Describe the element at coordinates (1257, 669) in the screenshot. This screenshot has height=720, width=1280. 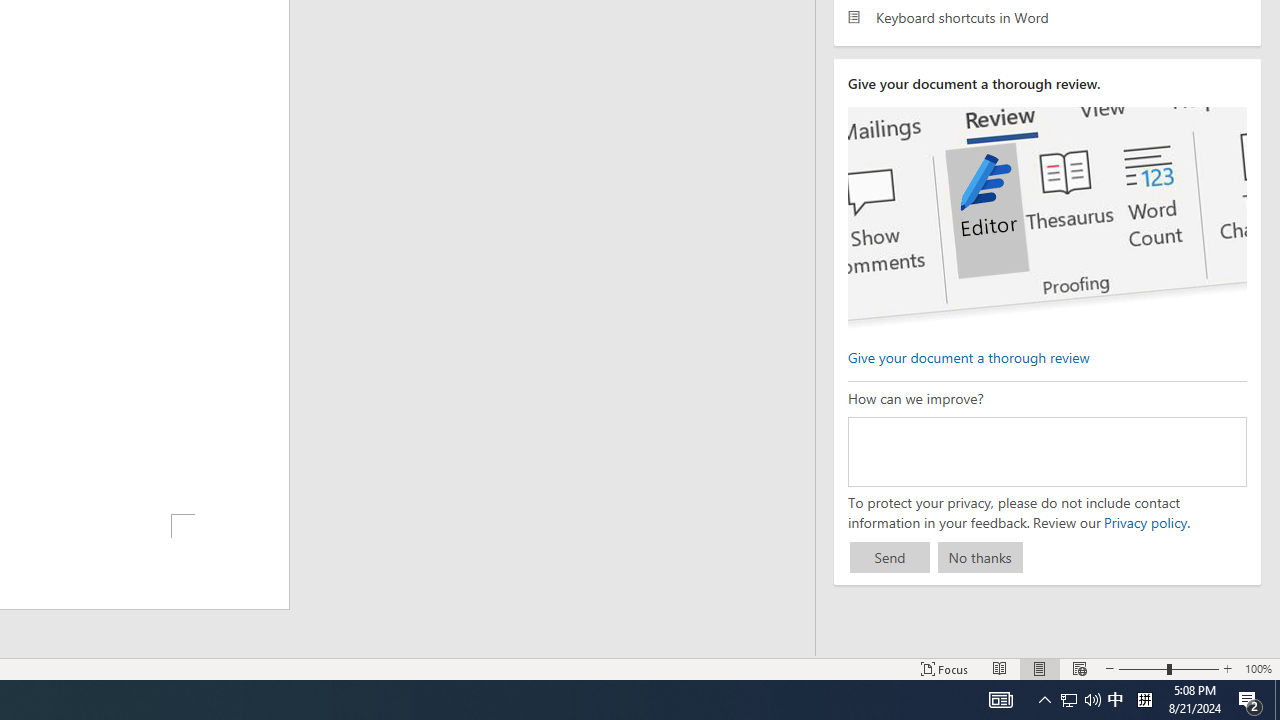
I see `'Zoom 100%'` at that location.